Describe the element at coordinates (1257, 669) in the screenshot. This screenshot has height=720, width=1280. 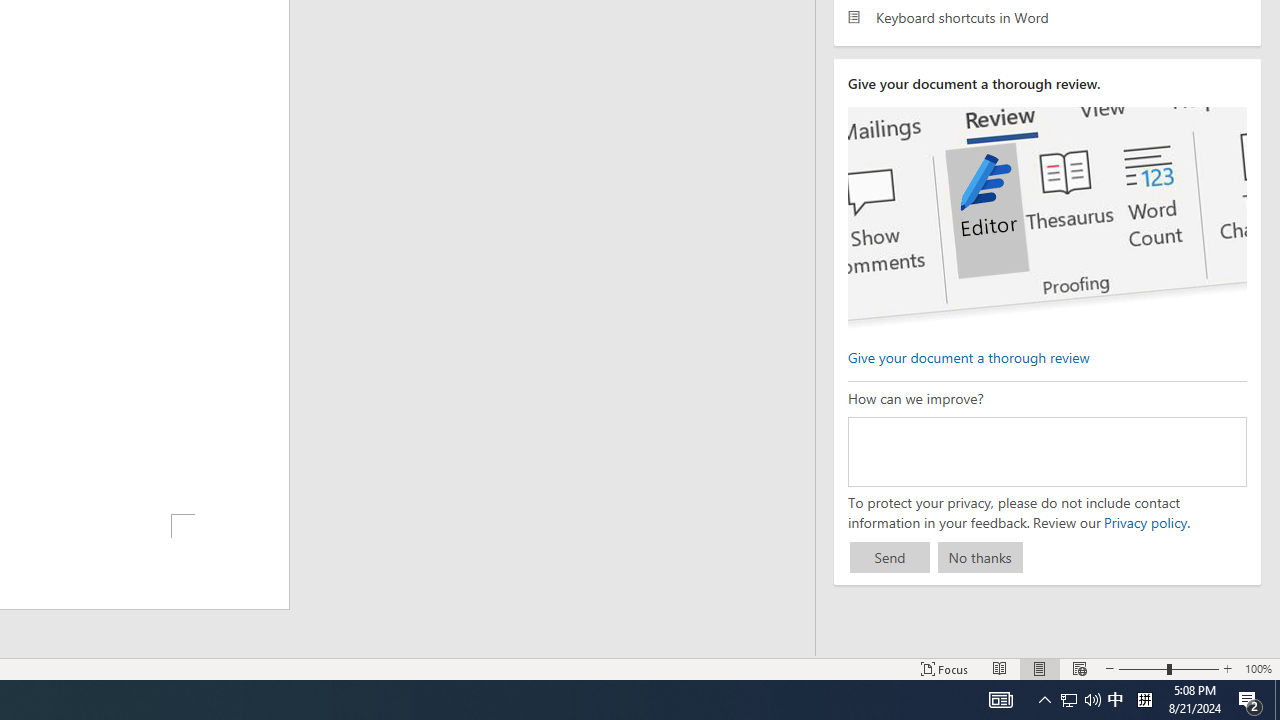
I see `'Zoom 100%'` at that location.